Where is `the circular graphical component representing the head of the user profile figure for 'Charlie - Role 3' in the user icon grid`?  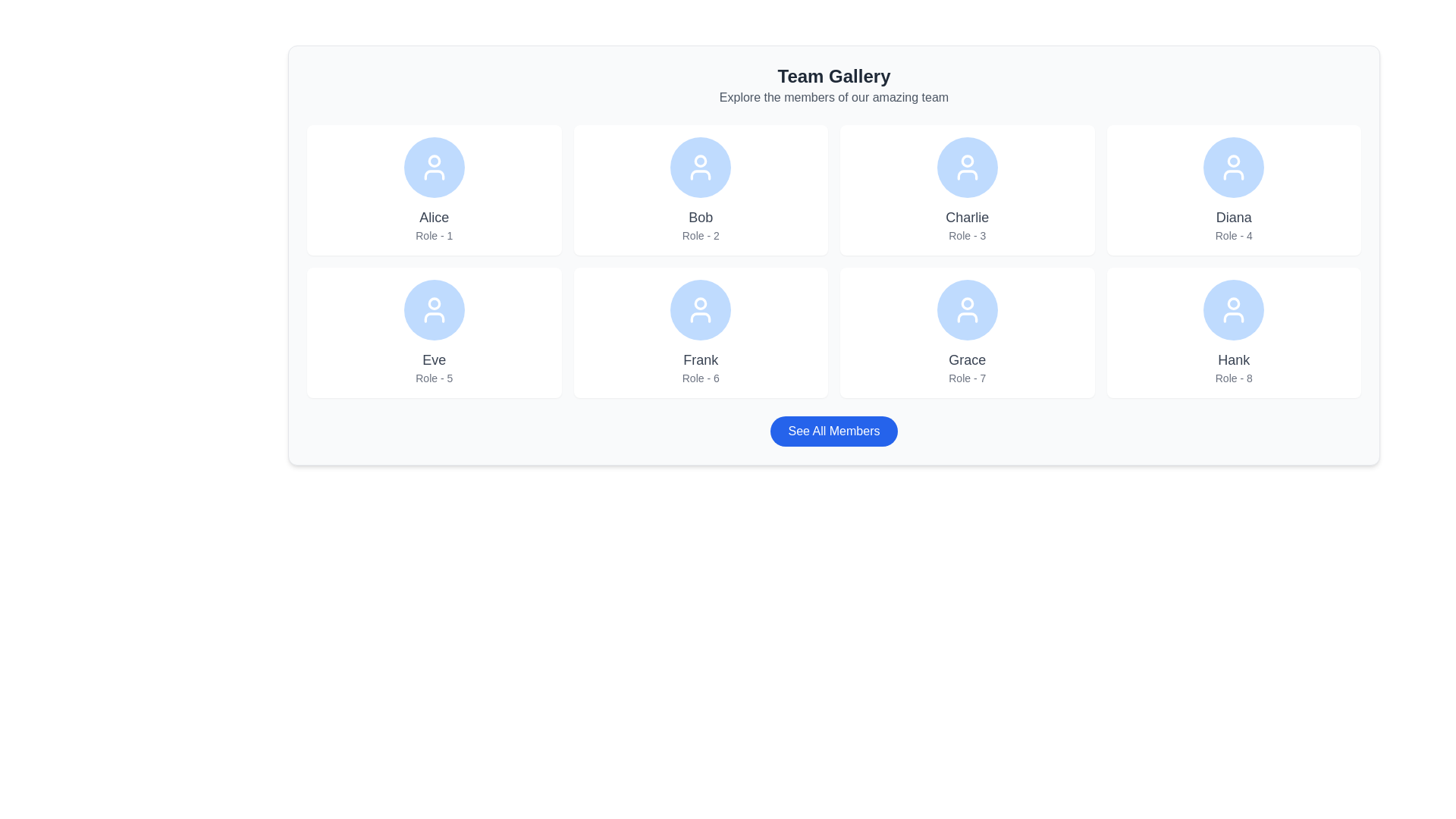
the circular graphical component representing the head of the user profile figure for 'Charlie - Role 3' in the user icon grid is located at coordinates (966, 161).